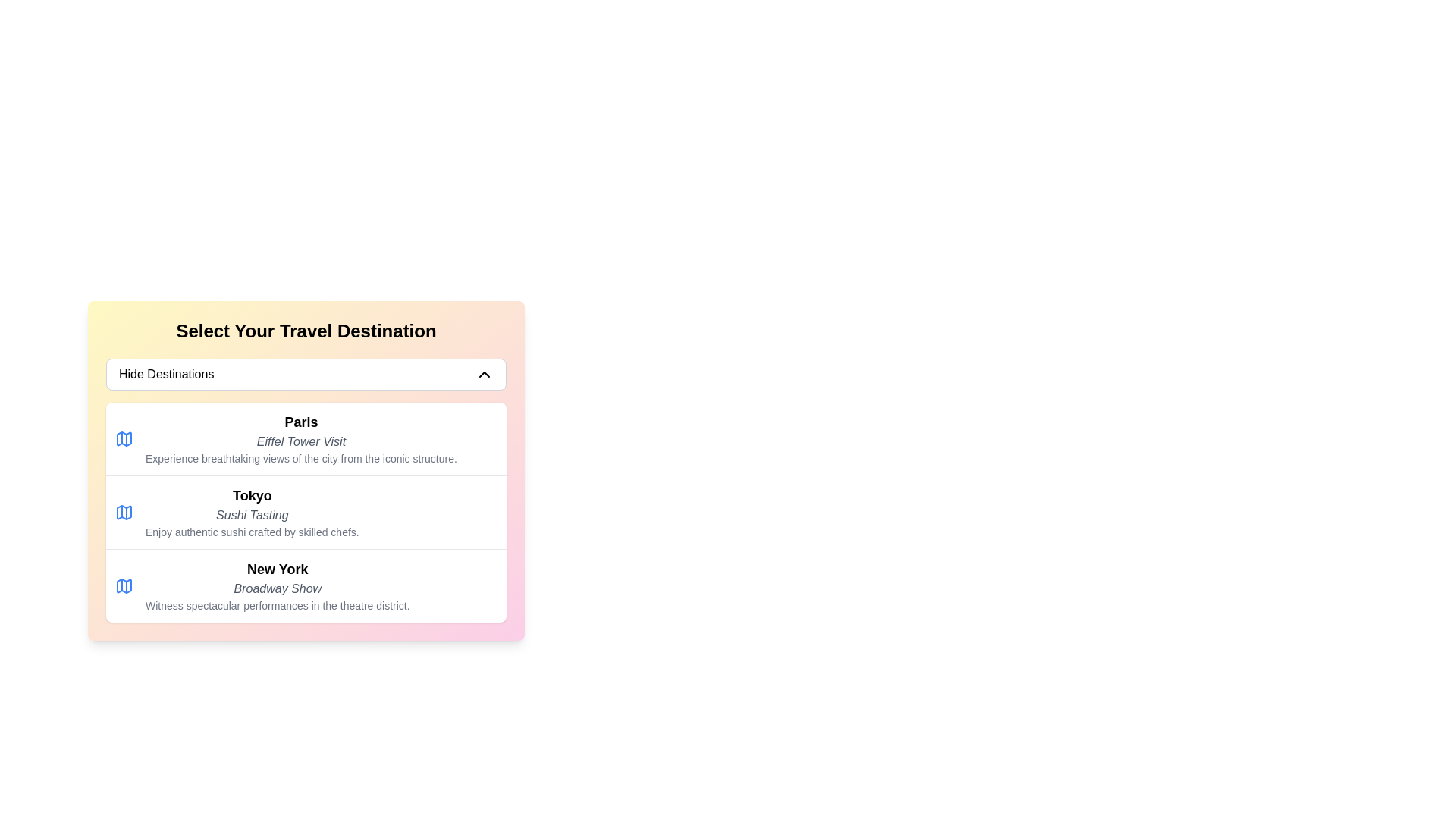  Describe the element at coordinates (301, 458) in the screenshot. I see `informational text block displaying 'Experience breathtaking views of the city from the iconic structure.' located below the italicized text 'Eiffel Tower Visit.'` at that location.